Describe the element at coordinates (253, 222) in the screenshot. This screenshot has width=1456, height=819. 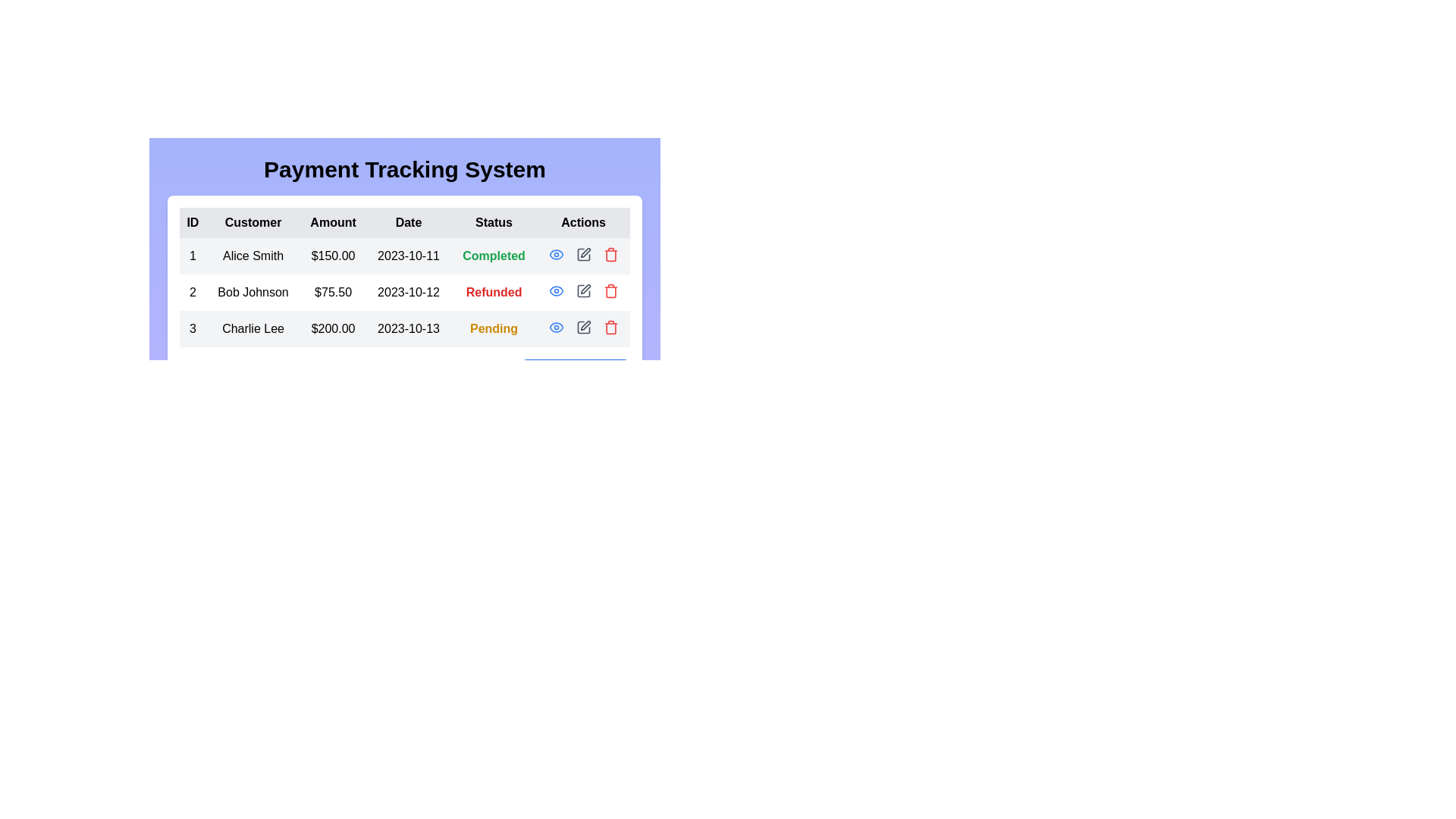
I see `the 'Customer' text label header, which is the second column header in a table` at that location.